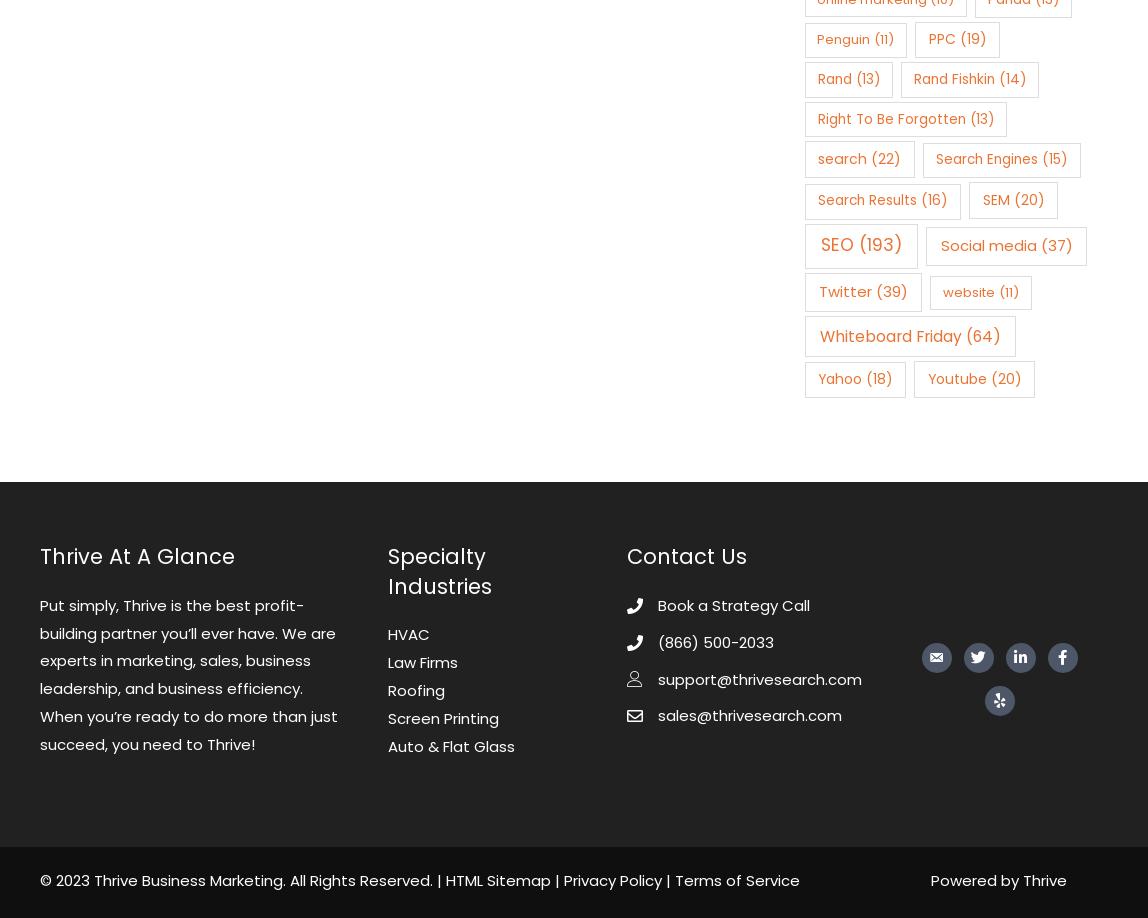  Describe the element at coordinates (734, 603) in the screenshot. I see `'Book a Strategy Call'` at that location.